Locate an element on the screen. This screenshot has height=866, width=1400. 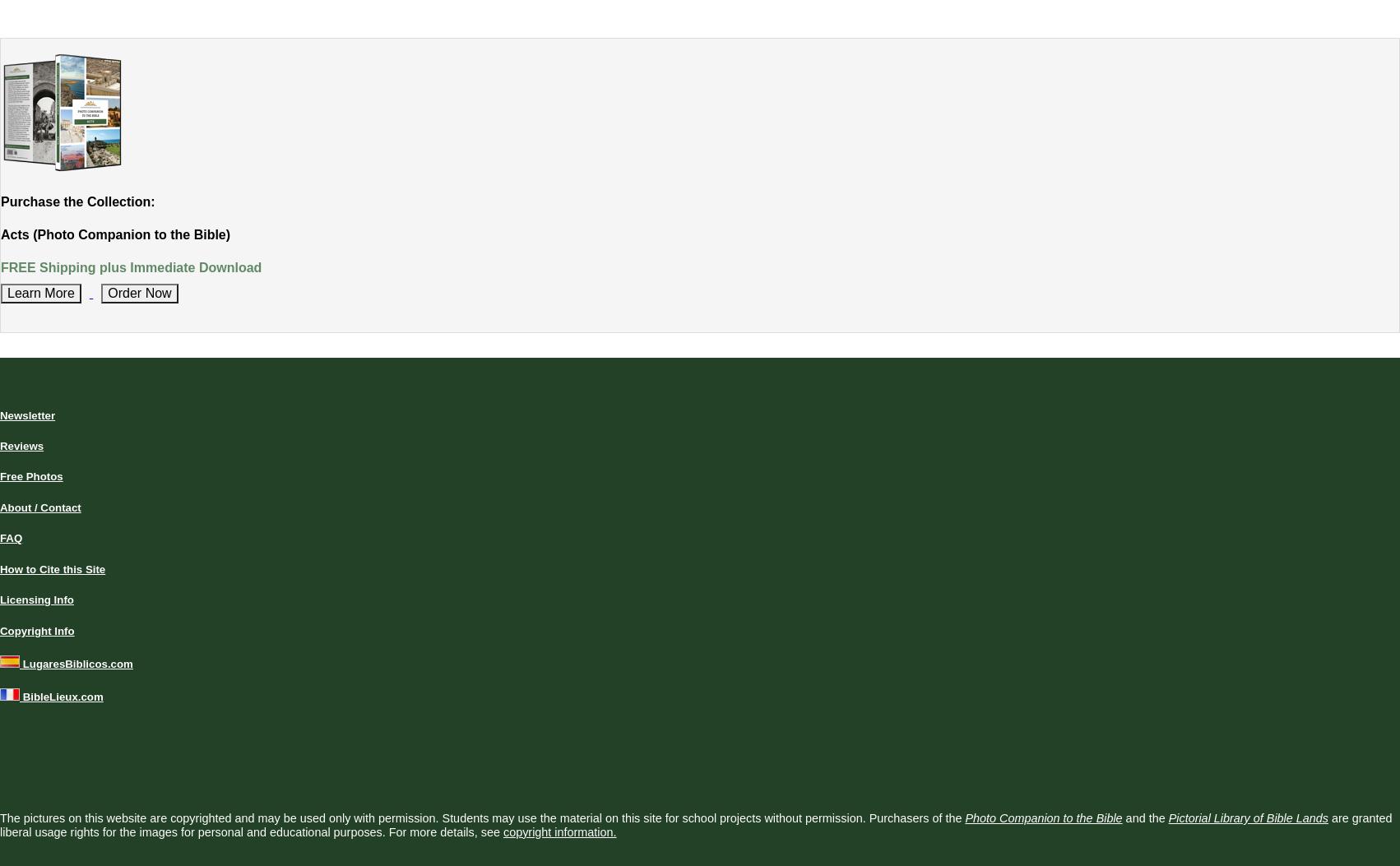
'Newsletter' is located at coordinates (27, 414).